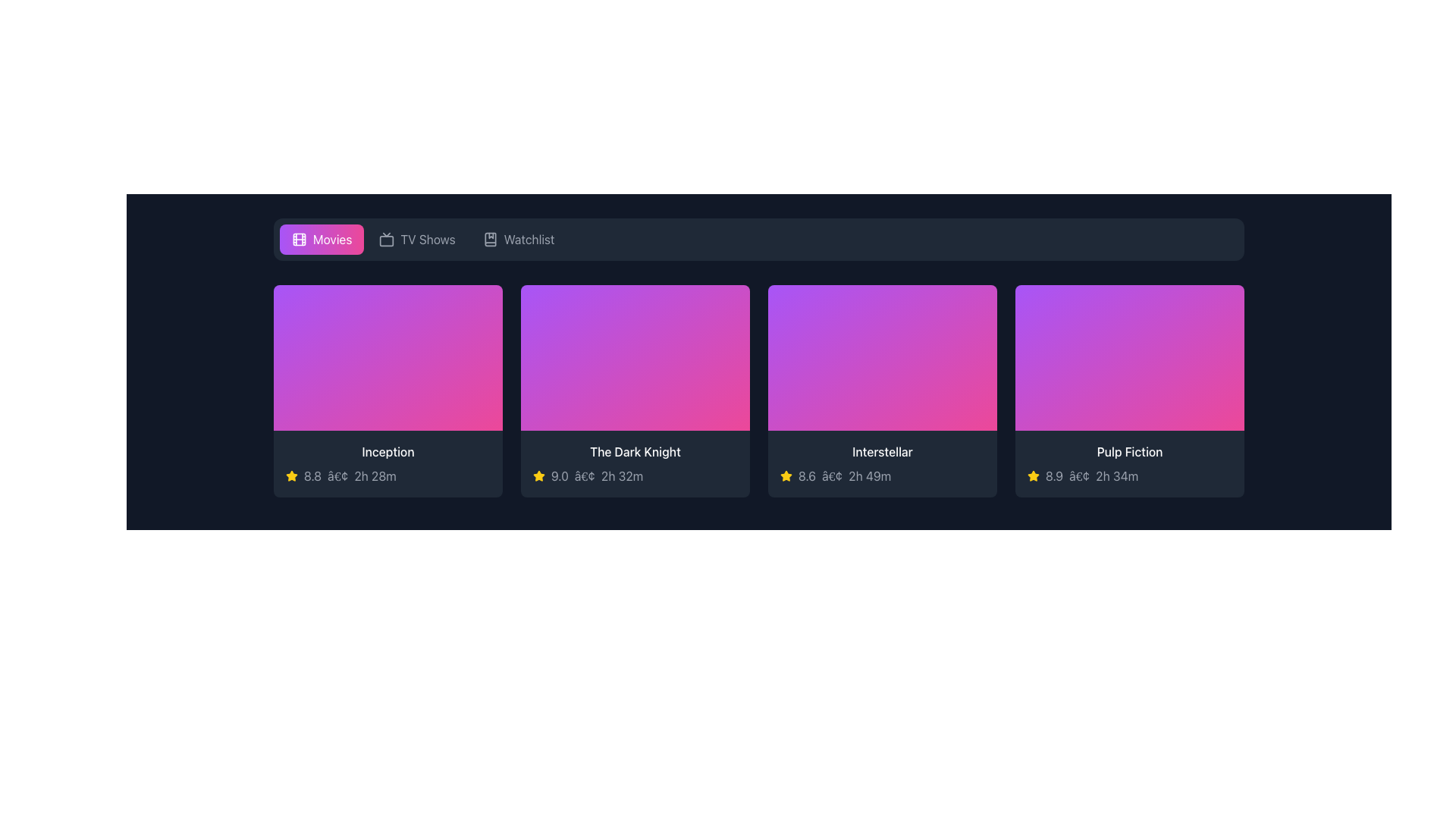 The image size is (1456, 819). I want to click on the bullet point text element that is positioned between the rating '9.0' and the duration '2h 32m', so click(584, 475).